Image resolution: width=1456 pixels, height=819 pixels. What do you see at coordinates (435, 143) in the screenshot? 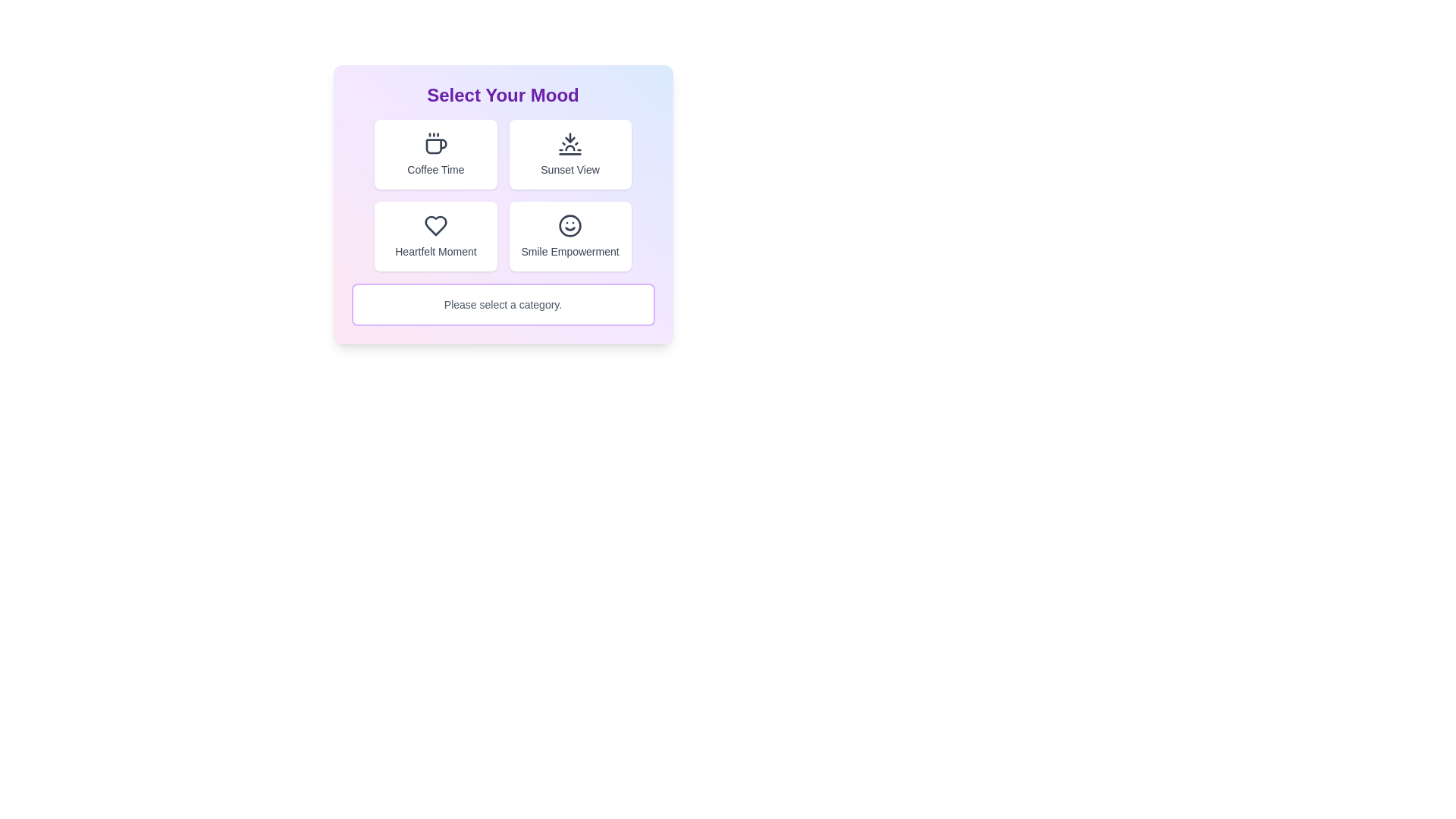
I see `the coffee cup icon, which is a minimalistic outline styled graphic located in the 'Coffee Time' section of the interface` at bounding box center [435, 143].